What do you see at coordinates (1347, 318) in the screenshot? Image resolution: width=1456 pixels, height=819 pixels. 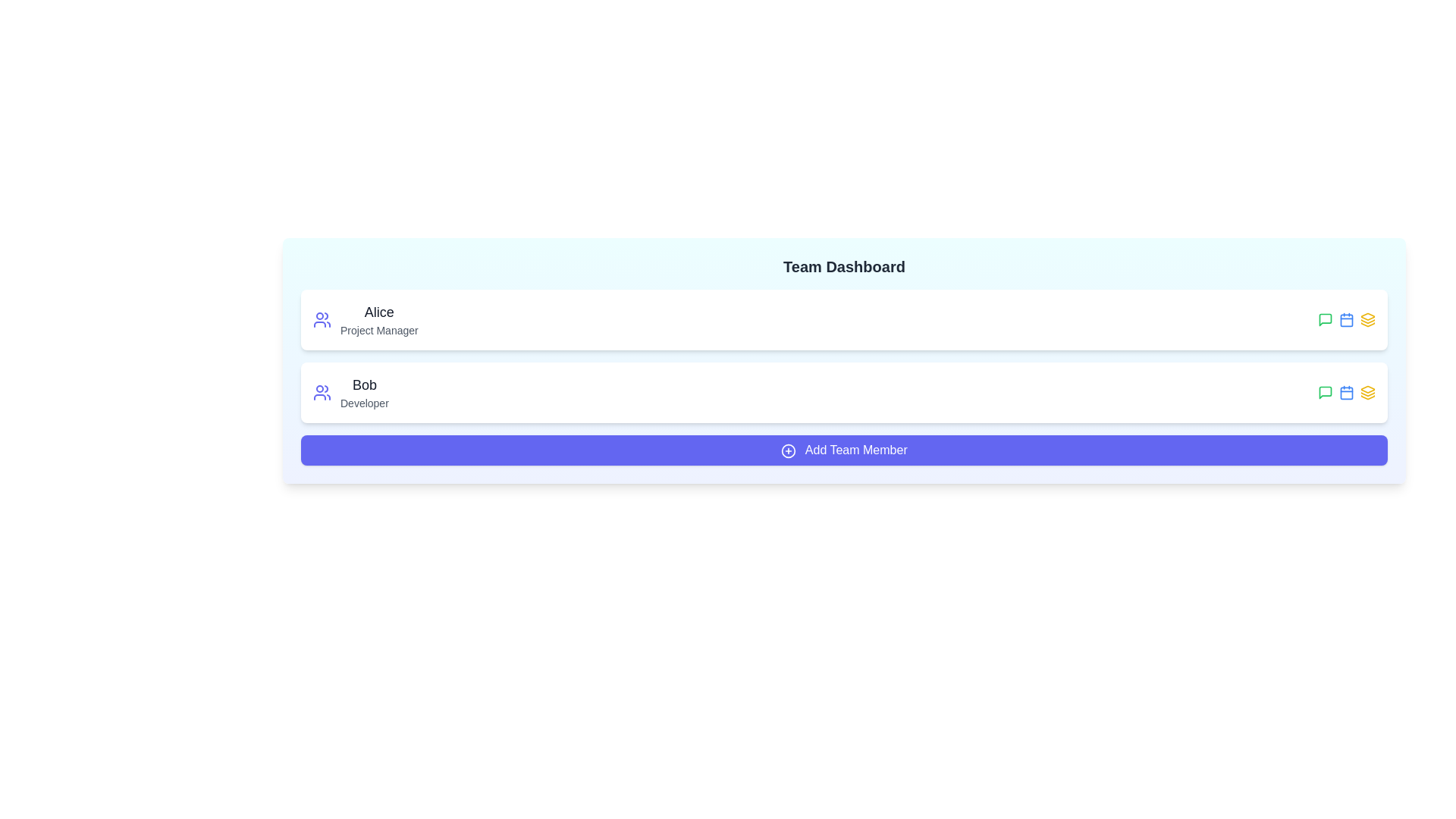 I see `the calendar icon used to schedule or manage dates located within the card for 'Alice, Project Manager', specifically the second icon in a row of three interactive icons towards the right edge of the card` at bounding box center [1347, 318].